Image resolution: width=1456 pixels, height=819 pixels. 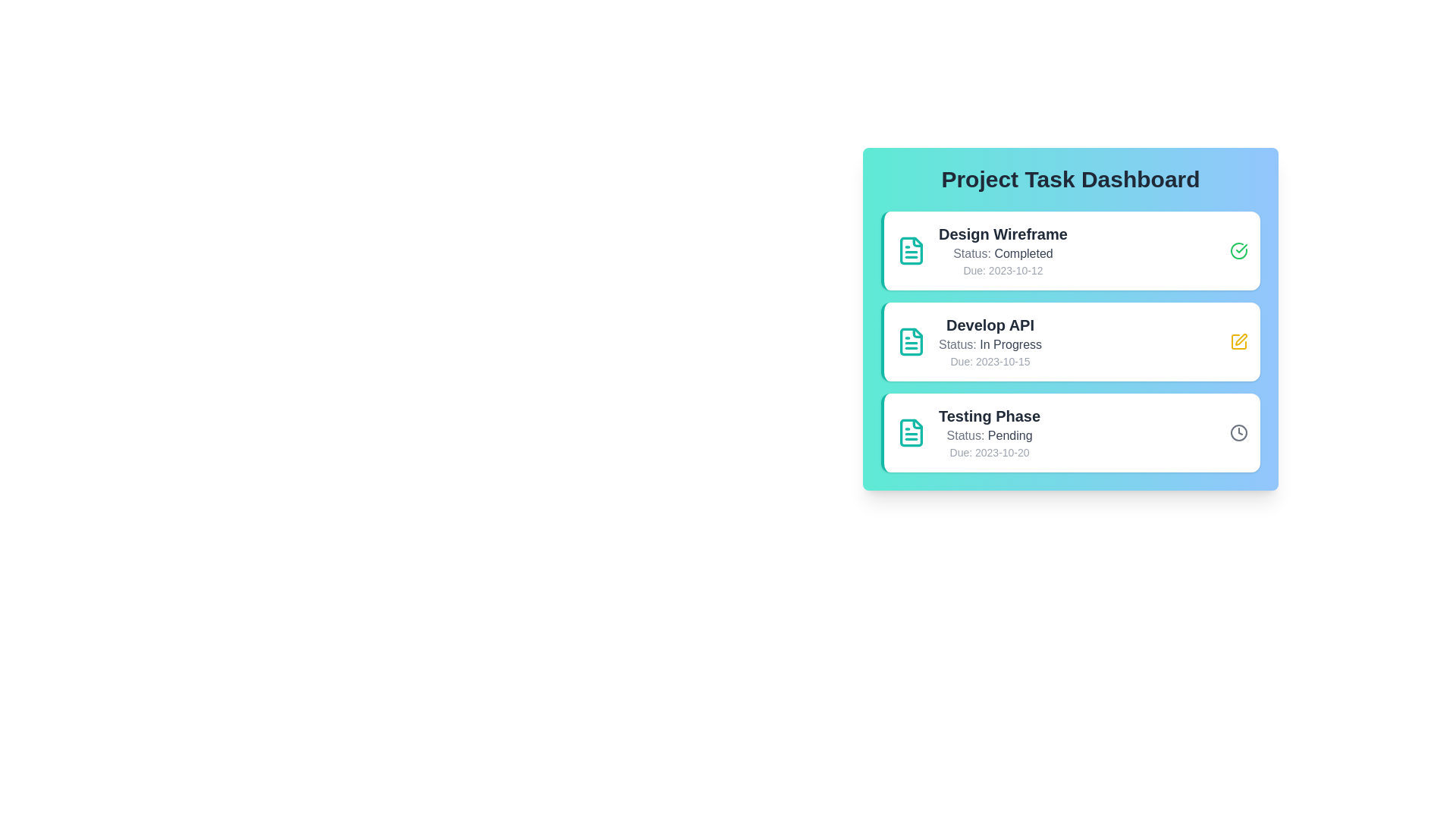 I want to click on the status icon for the task with status Completed, so click(x=1238, y=250).